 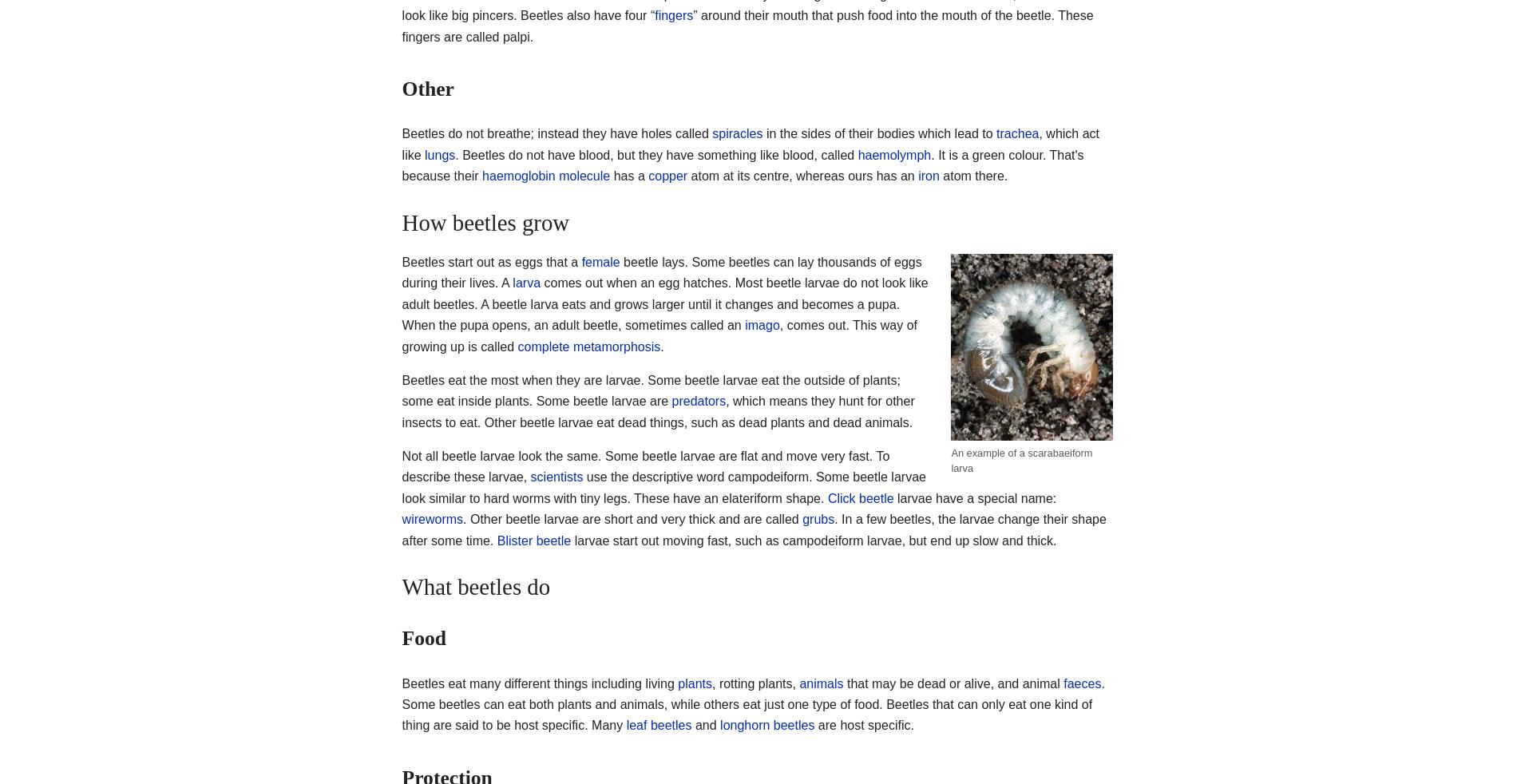 What do you see at coordinates (440, 153) in the screenshot?
I see `'lungs'` at bounding box center [440, 153].